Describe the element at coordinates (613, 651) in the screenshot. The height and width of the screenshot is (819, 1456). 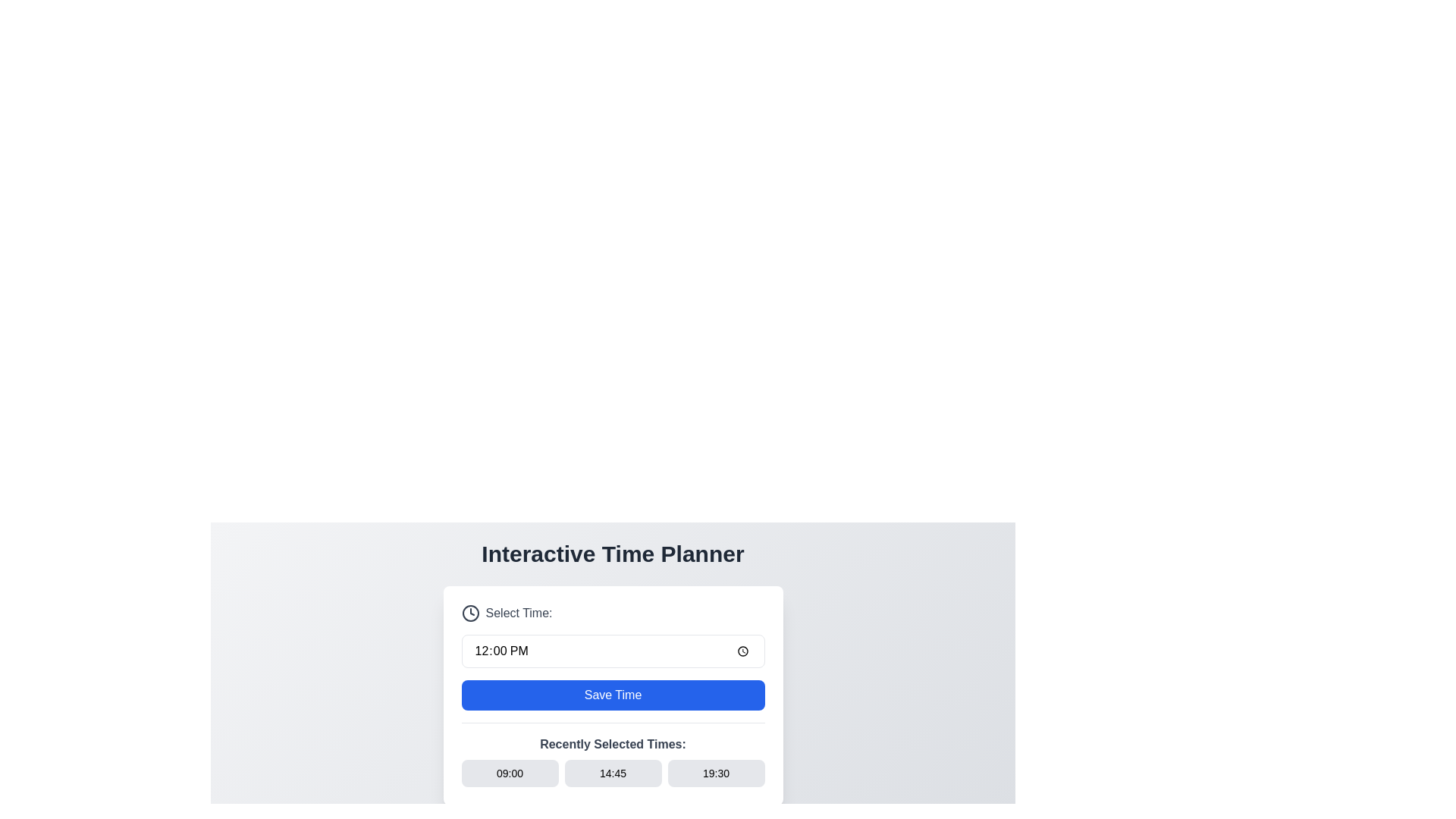
I see `the time input field displaying '12:00 PM'` at that location.